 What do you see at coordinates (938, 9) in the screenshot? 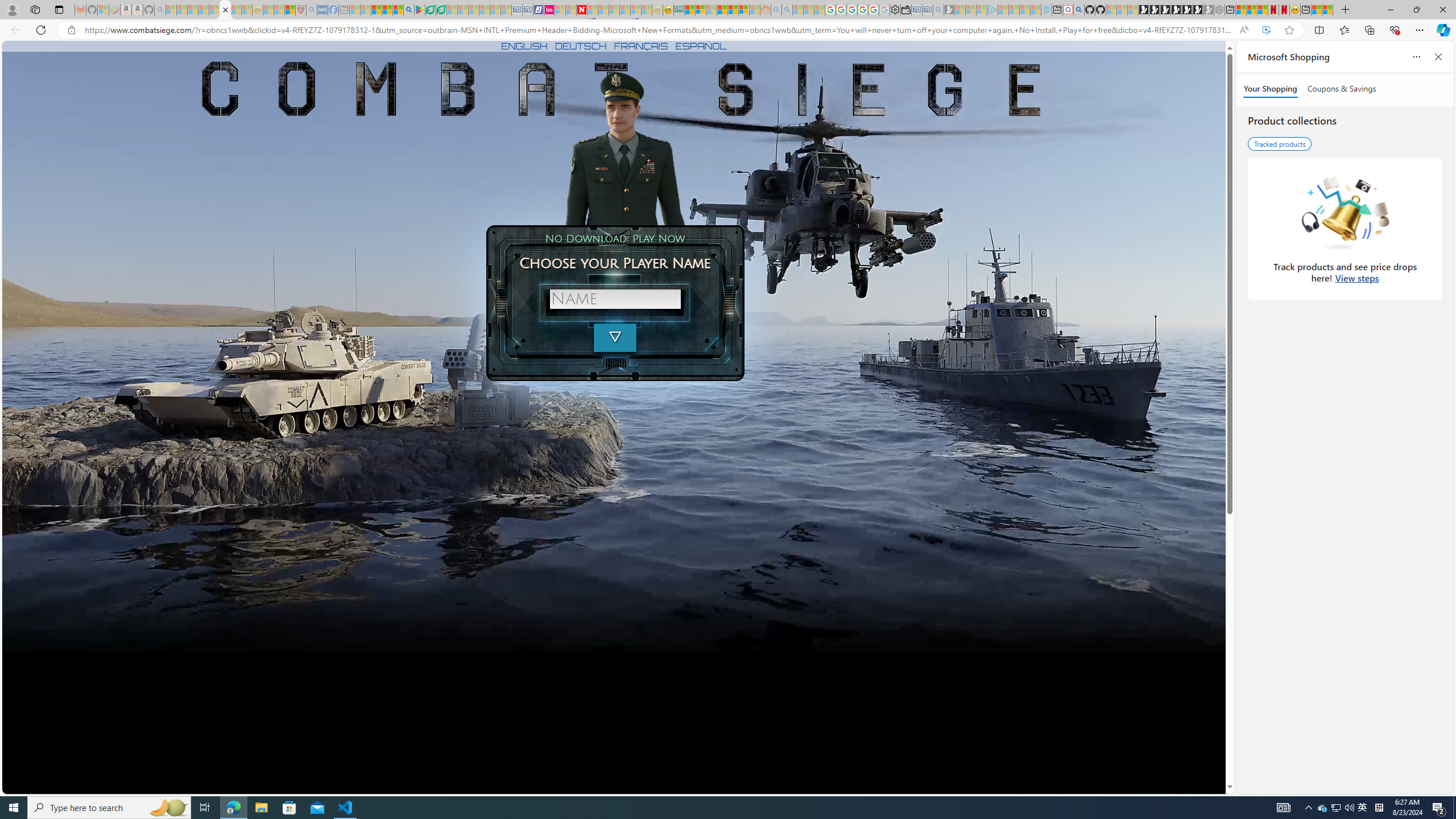
I see `'Bing Real Estate - Home sales and rental listings - Sleeping'` at bounding box center [938, 9].